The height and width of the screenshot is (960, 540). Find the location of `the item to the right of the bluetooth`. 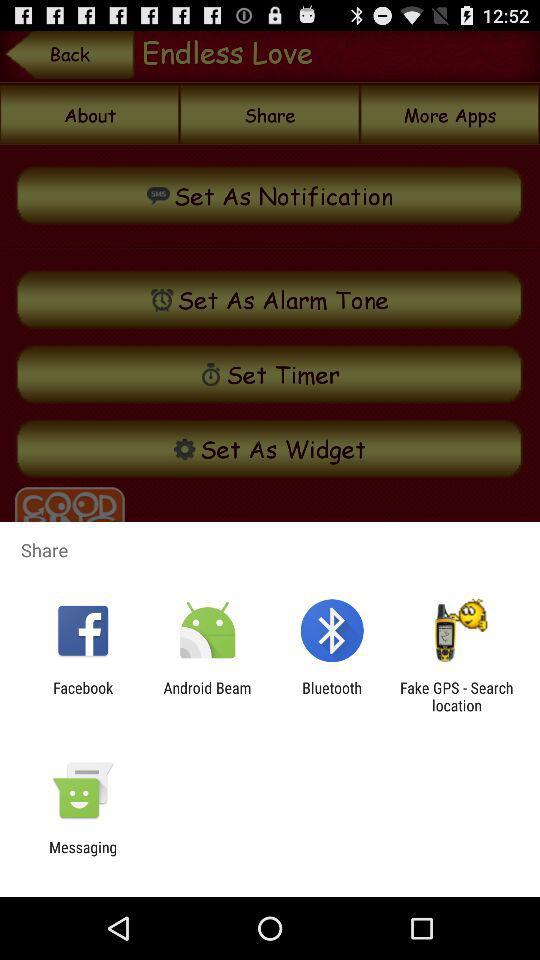

the item to the right of the bluetooth is located at coordinates (456, 696).